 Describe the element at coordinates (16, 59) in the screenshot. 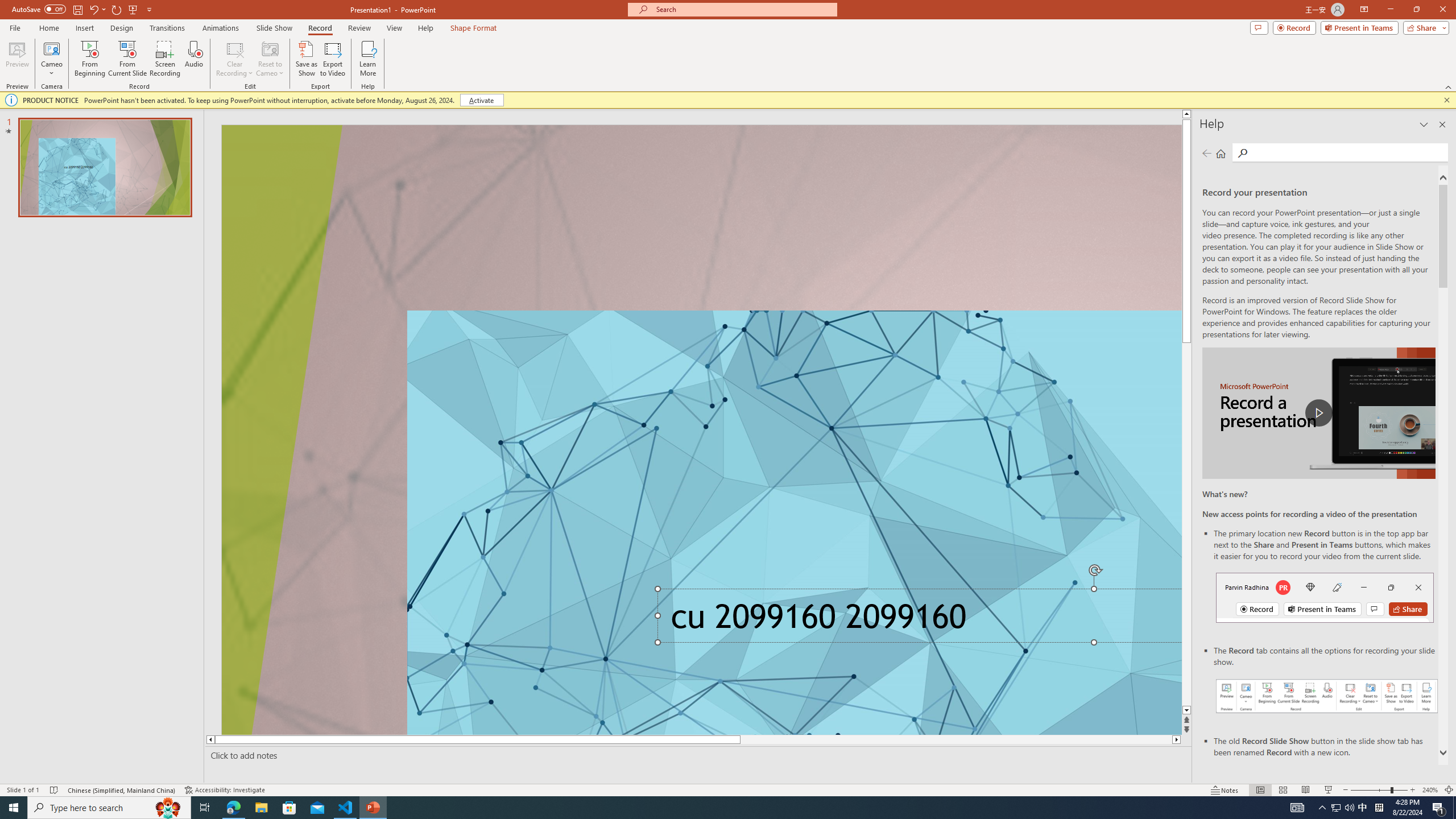

I see `'Preview'` at that location.